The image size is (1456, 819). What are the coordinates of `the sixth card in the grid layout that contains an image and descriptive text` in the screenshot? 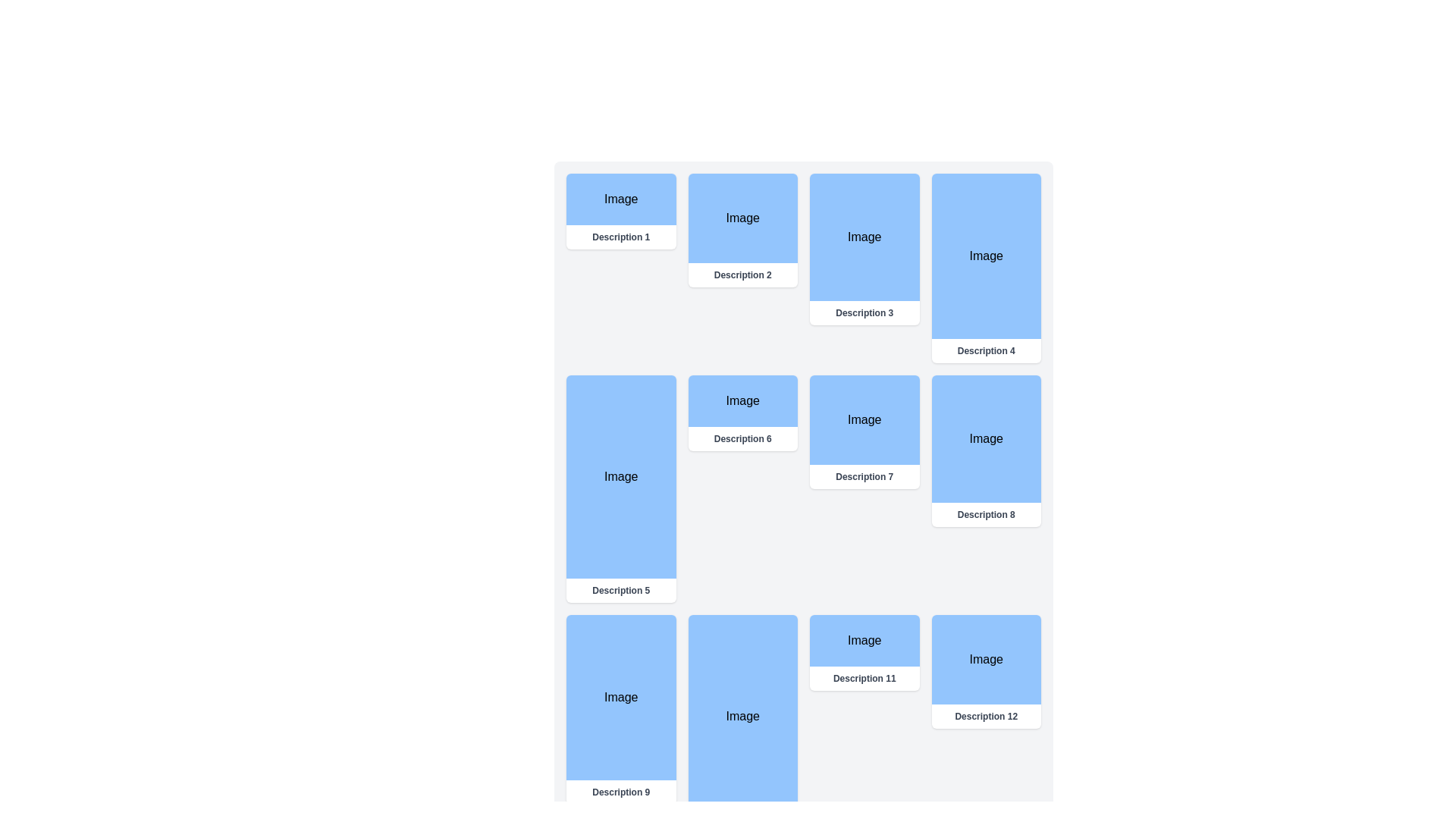 It's located at (742, 413).